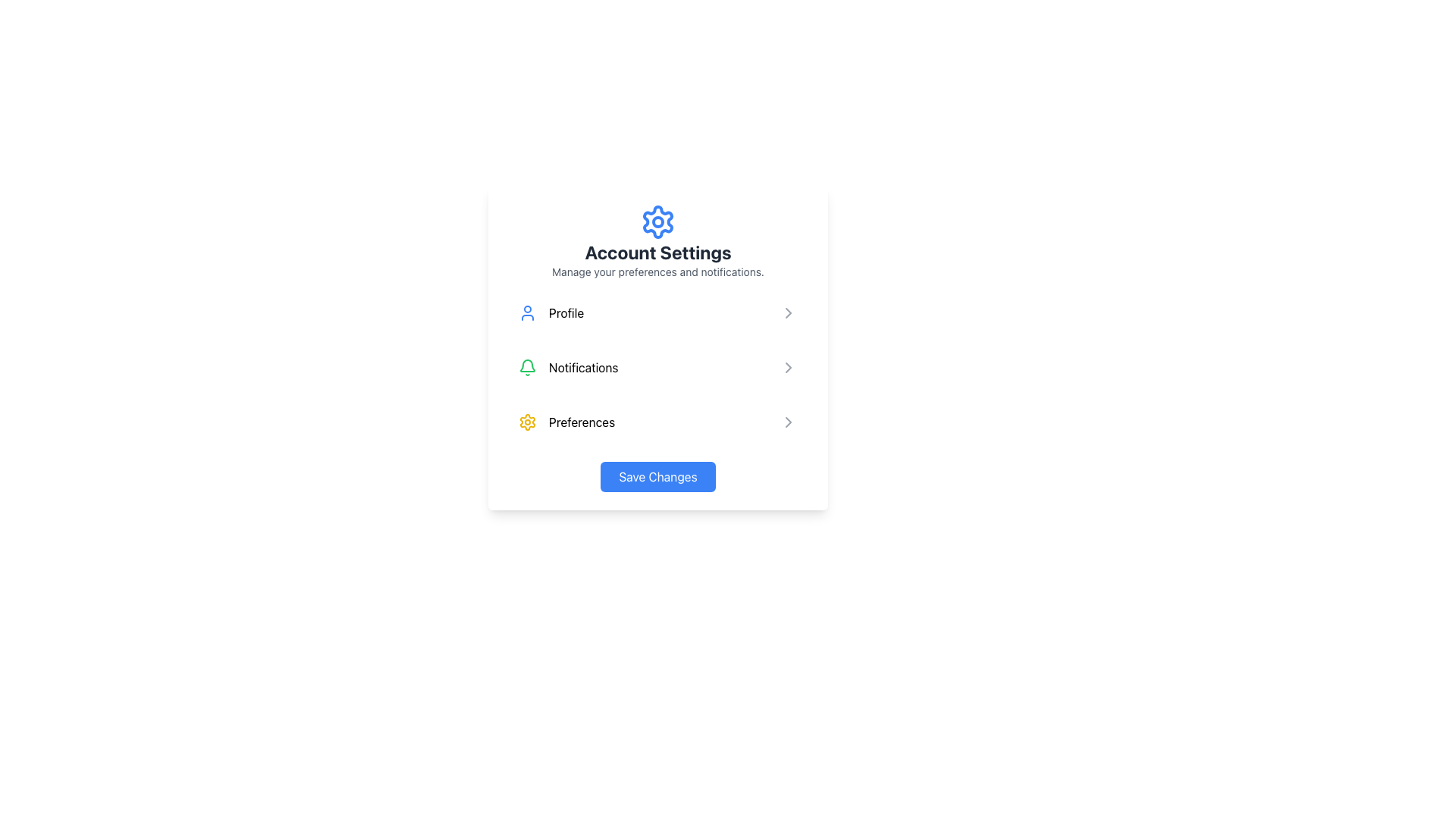  What do you see at coordinates (658, 241) in the screenshot?
I see `the purpose of the 'Account Settings' section` at bounding box center [658, 241].